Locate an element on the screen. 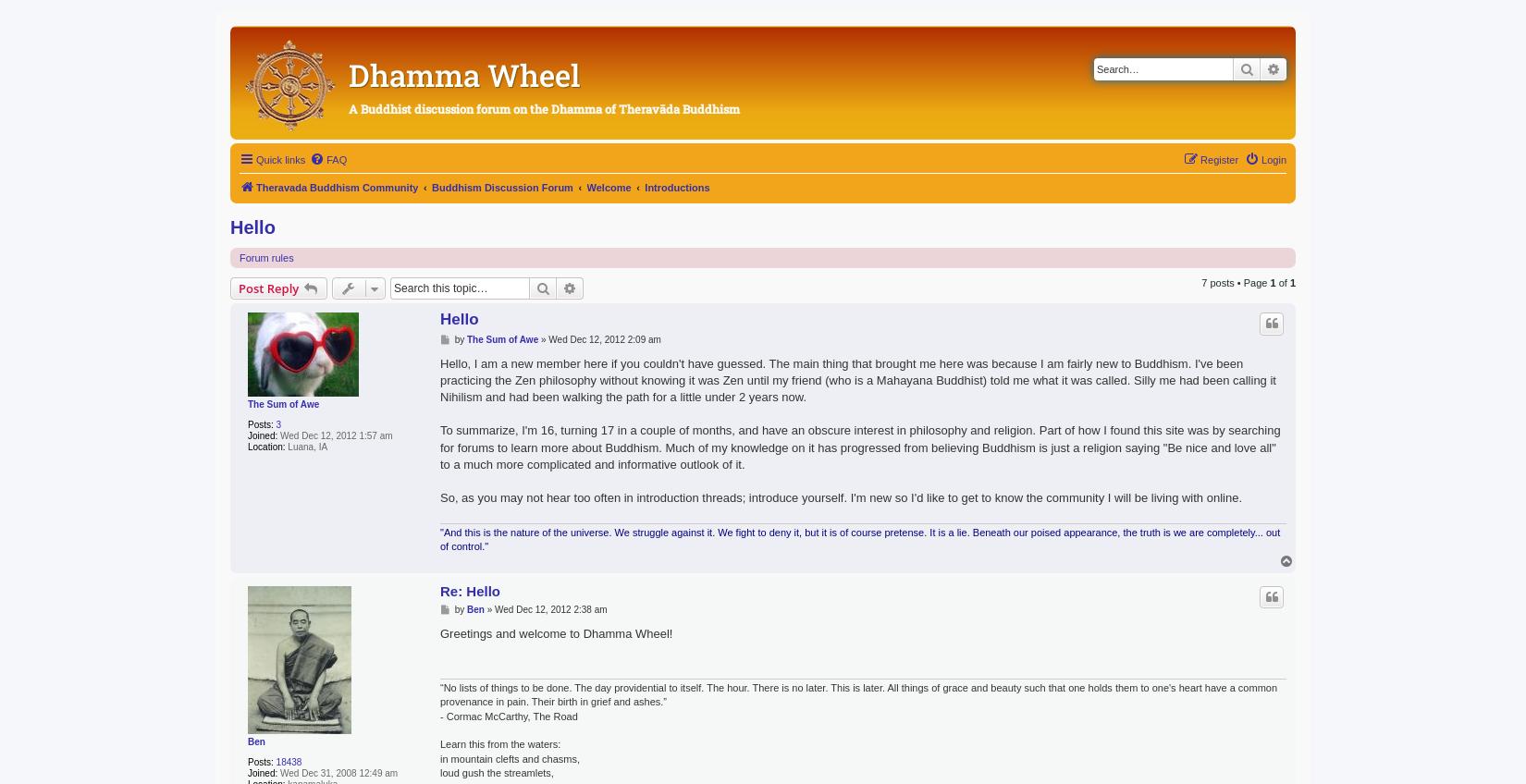 This screenshot has width=1526, height=784. 'loud gush the streamlets,' is located at coordinates (496, 772).